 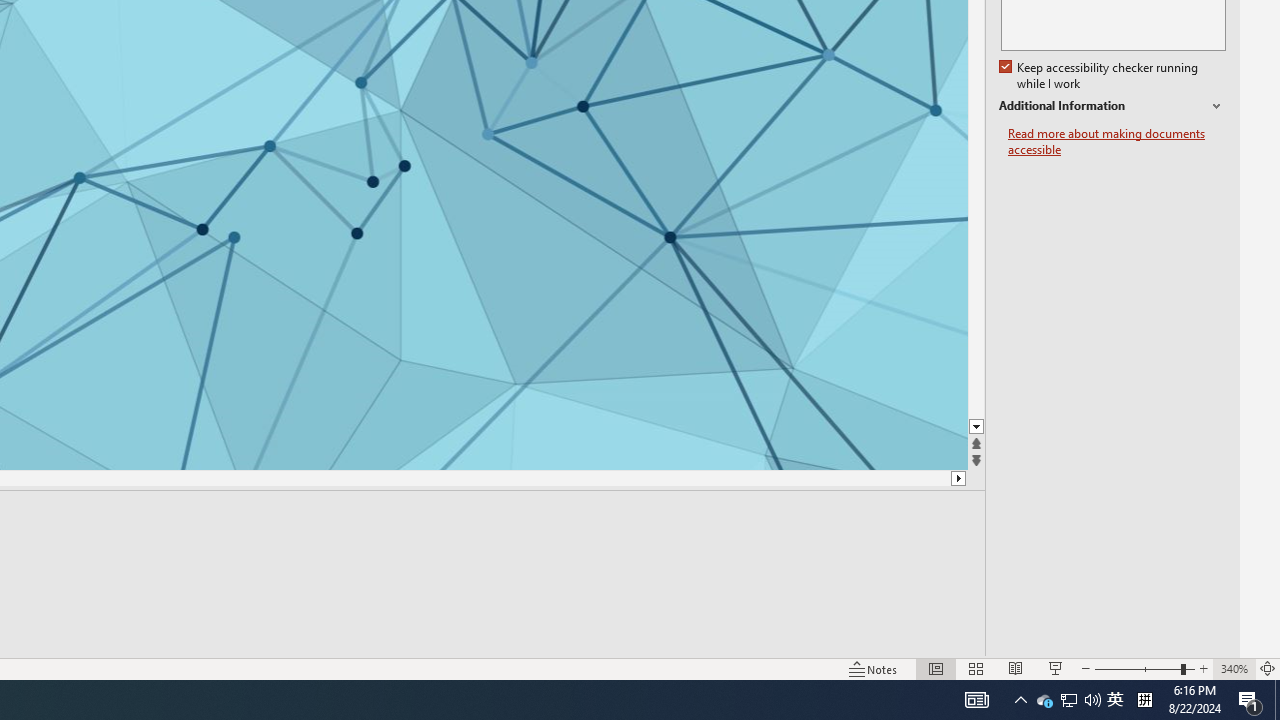 What do you see at coordinates (1099, 75) in the screenshot?
I see `'Keep accessibility checker running while I work'` at bounding box center [1099, 75].